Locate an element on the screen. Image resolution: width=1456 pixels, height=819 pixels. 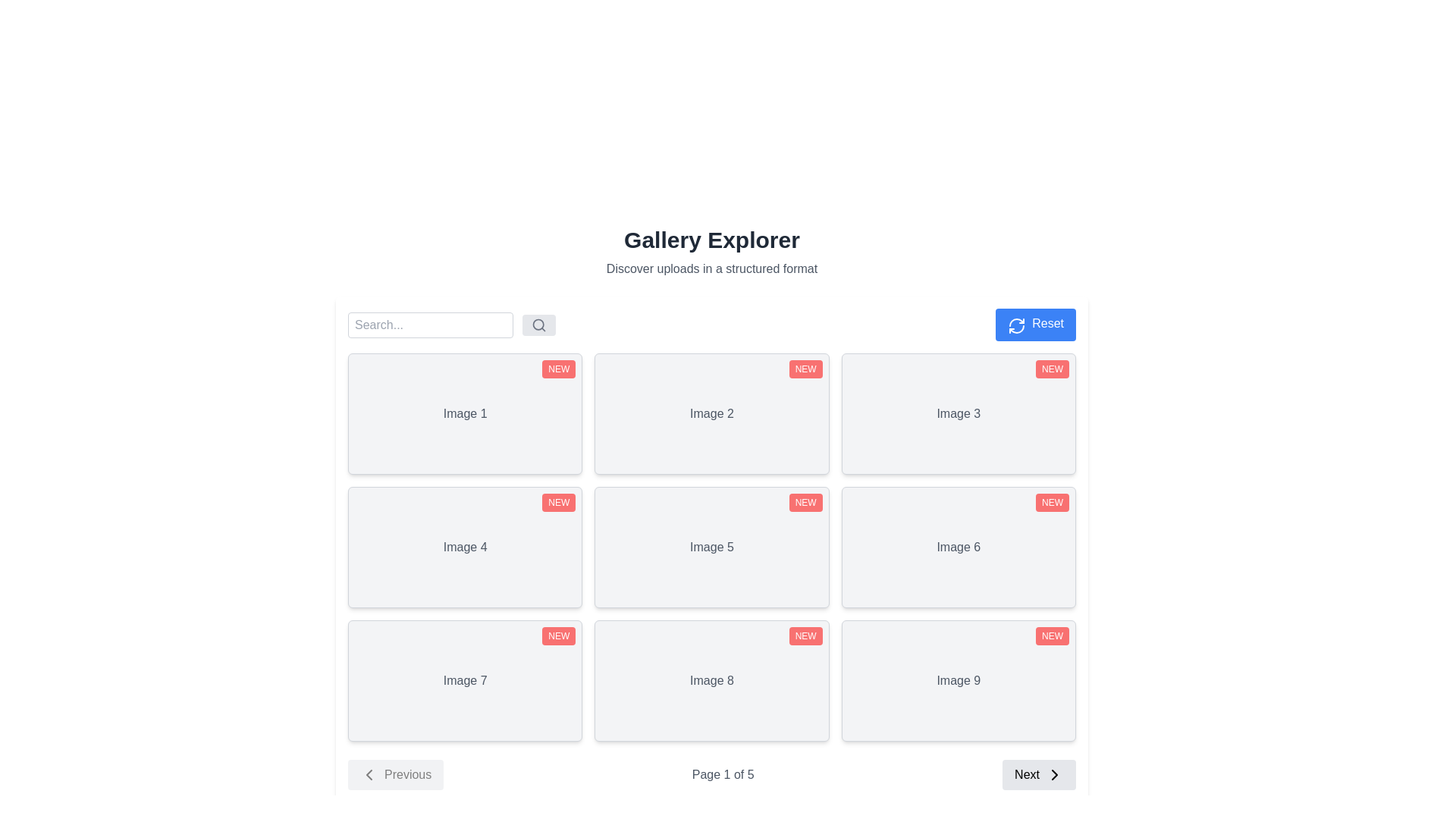
the content display card labeled 'Image 5', which has a light gray background, a border, and a red 'NEW' badge in the top-right corner is located at coordinates (711, 547).